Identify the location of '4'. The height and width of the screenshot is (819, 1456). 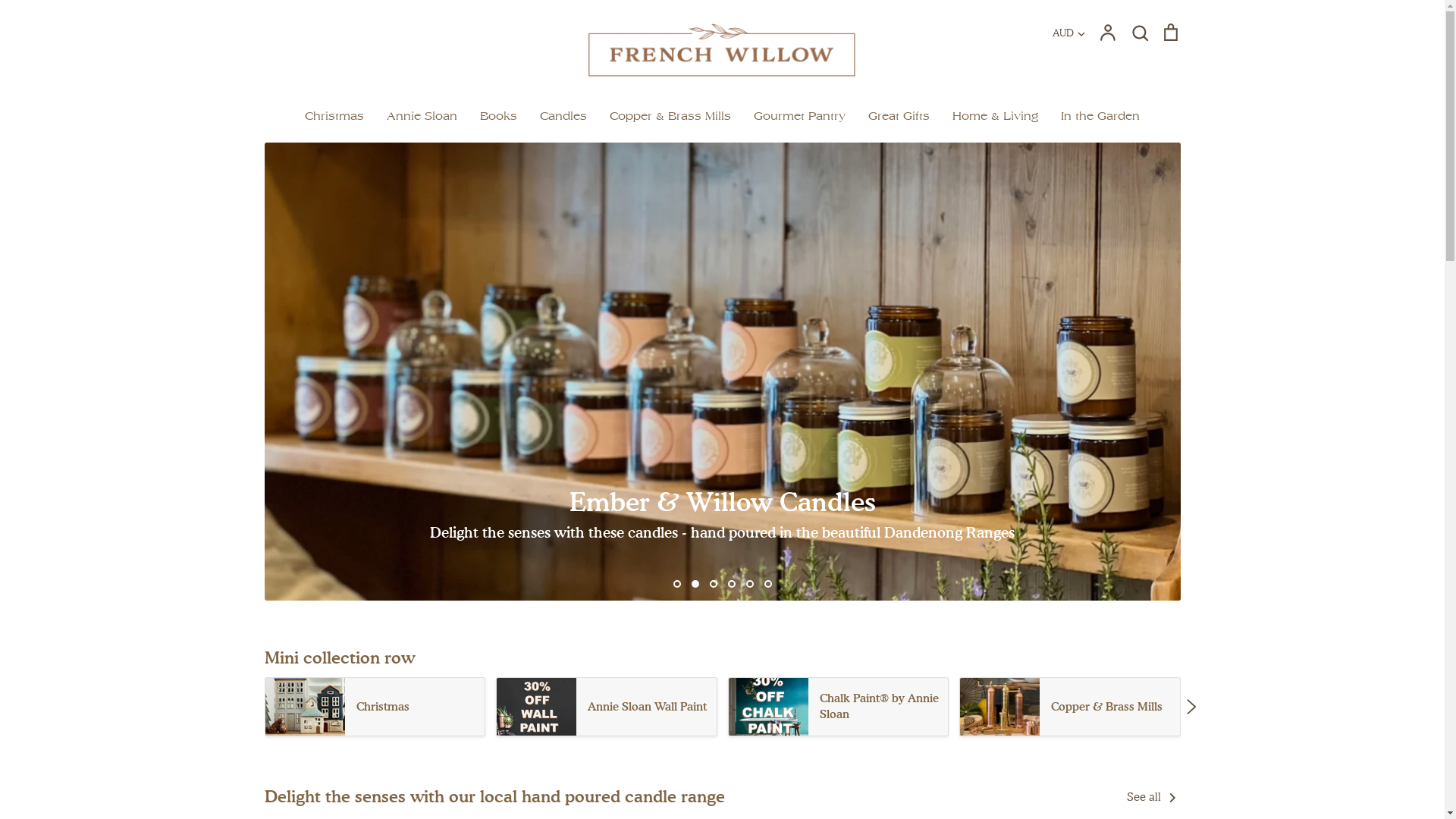
(731, 583).